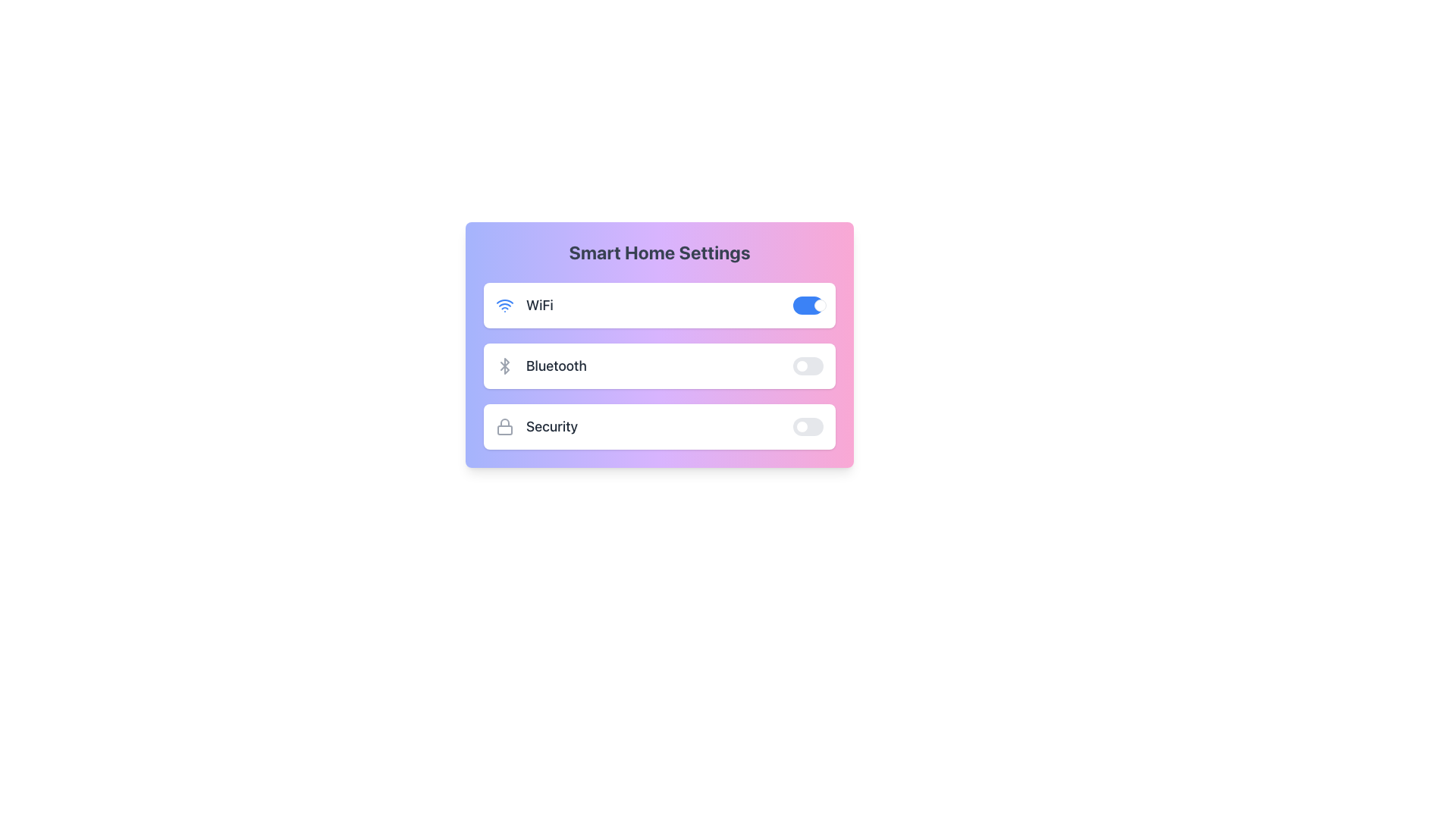  Describe the element at coordinates (505, 301) in the screenshot. I see `the second arc of the Wi-Fi icon, which represents signal strength in the settings card` at that location.